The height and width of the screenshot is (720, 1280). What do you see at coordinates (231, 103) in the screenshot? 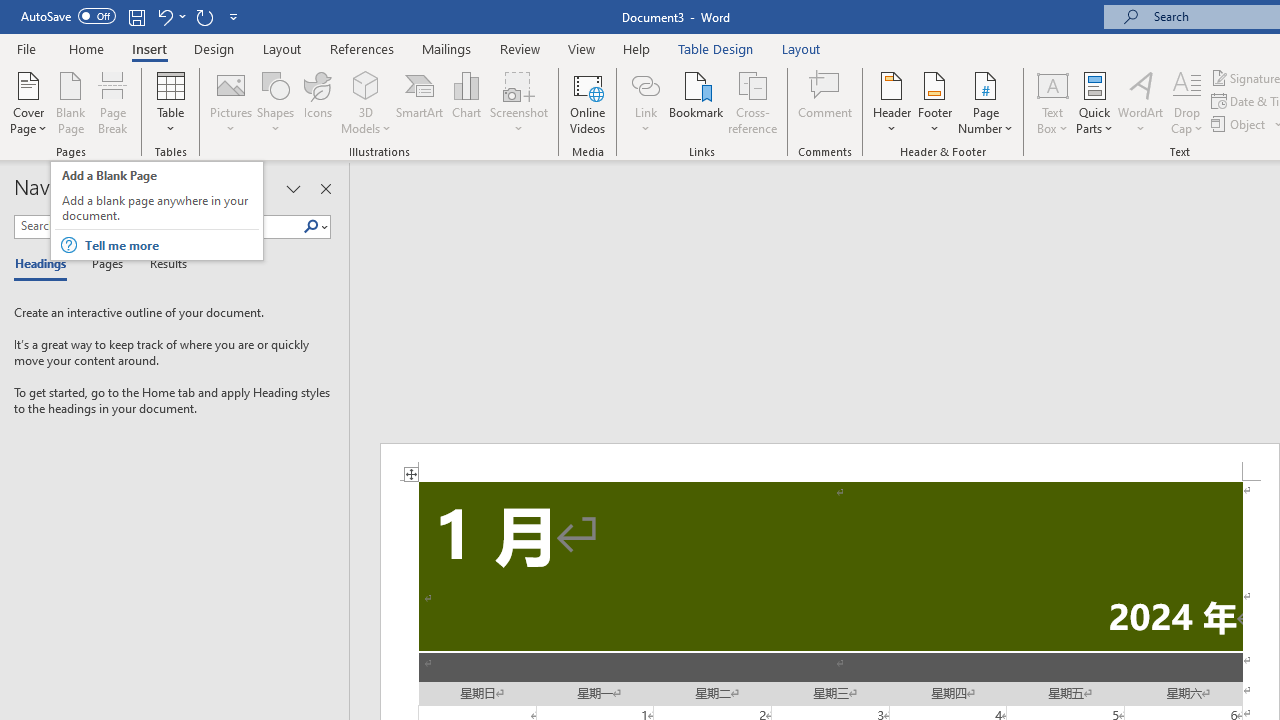
I see `'Pictures'` at bounding box center [231, 103].